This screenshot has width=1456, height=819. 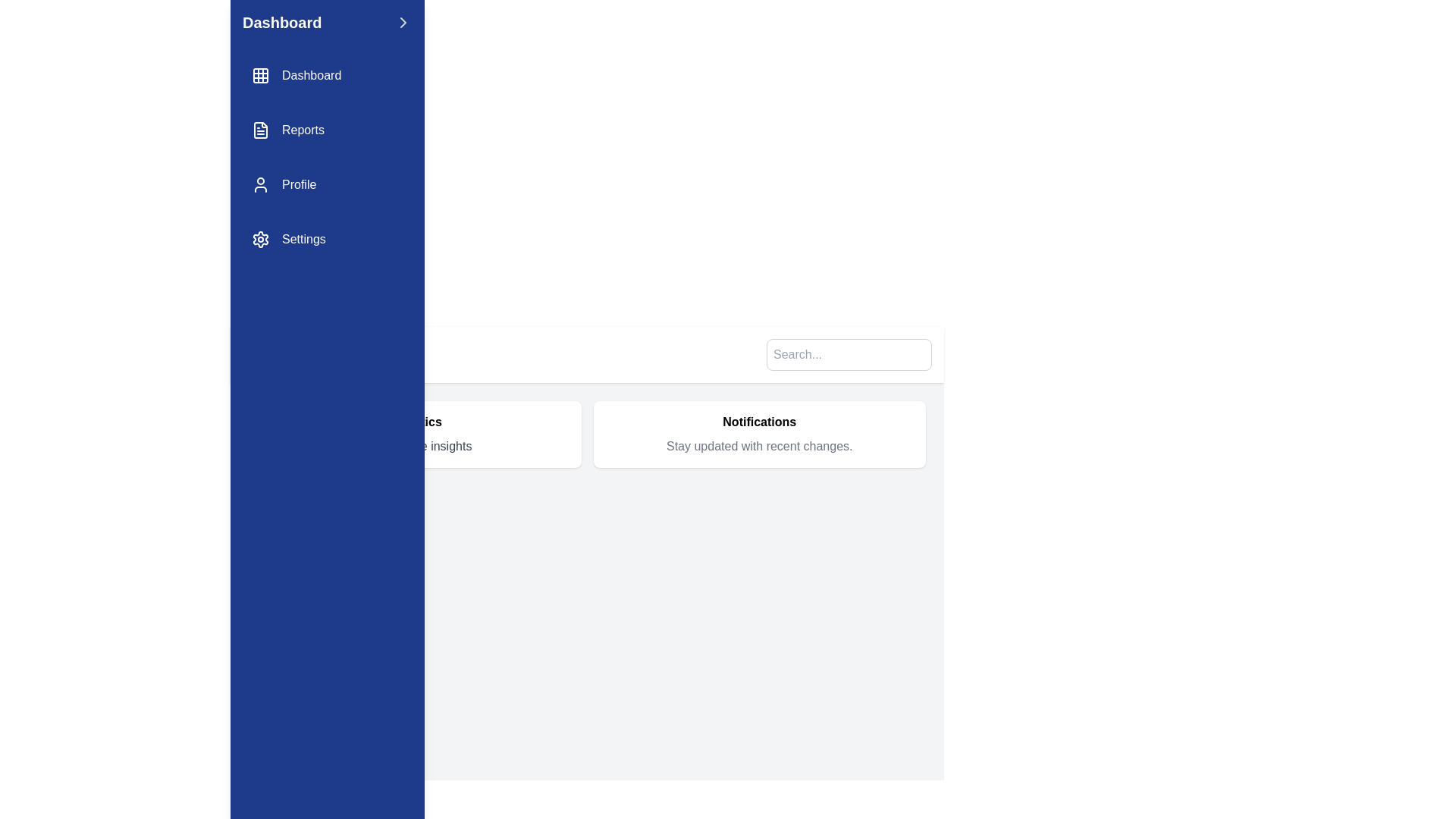 What do you see at coordinates (303, 130) in the screenshot?
I see `the 'Reports' text label, which is styled with a white font on a blue background and is located in the second row of the vertical navigation menu` at bounding box center [303, 130].